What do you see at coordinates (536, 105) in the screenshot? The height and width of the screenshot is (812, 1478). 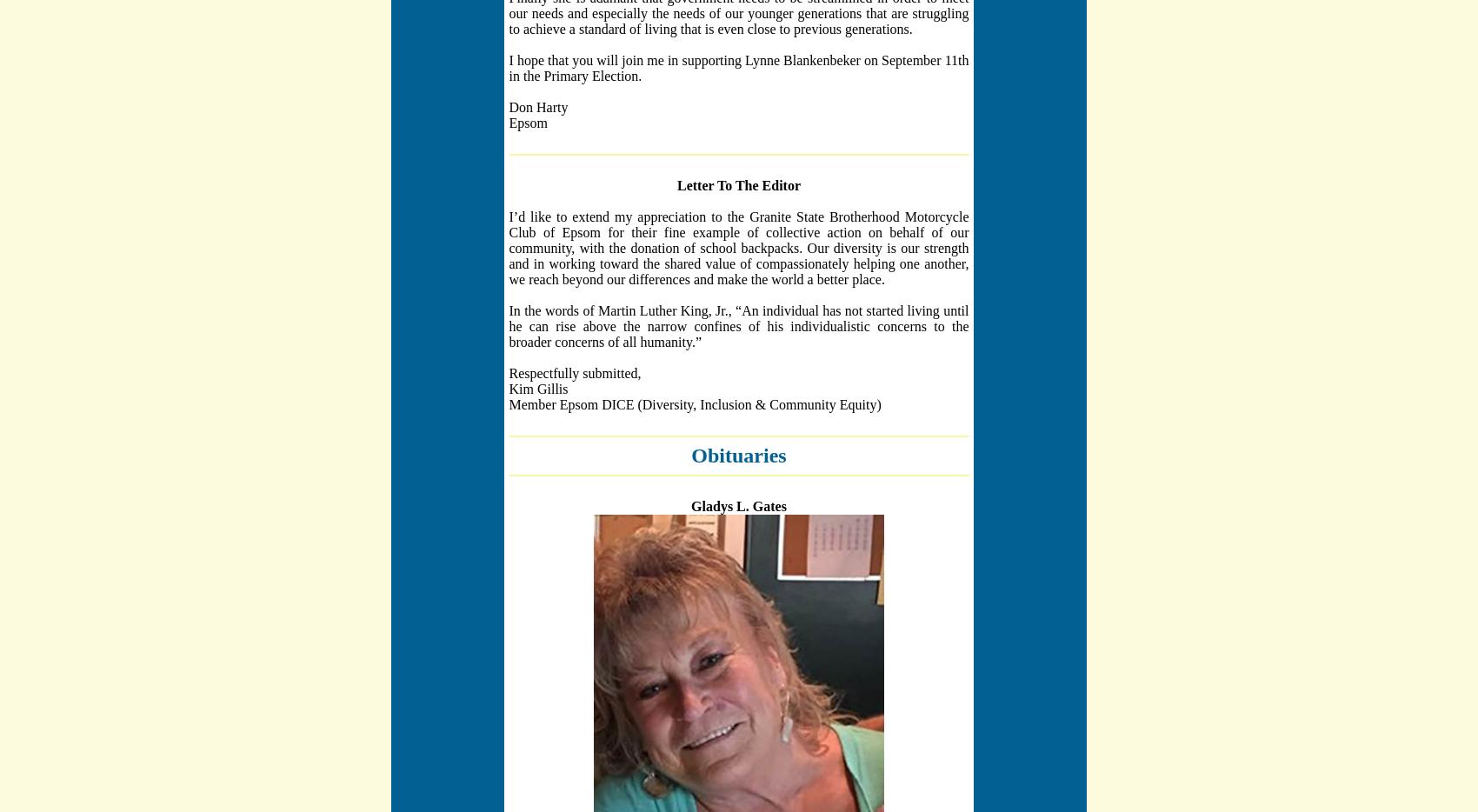 I see `'Don Harty'` at bounding box center [536, 105].